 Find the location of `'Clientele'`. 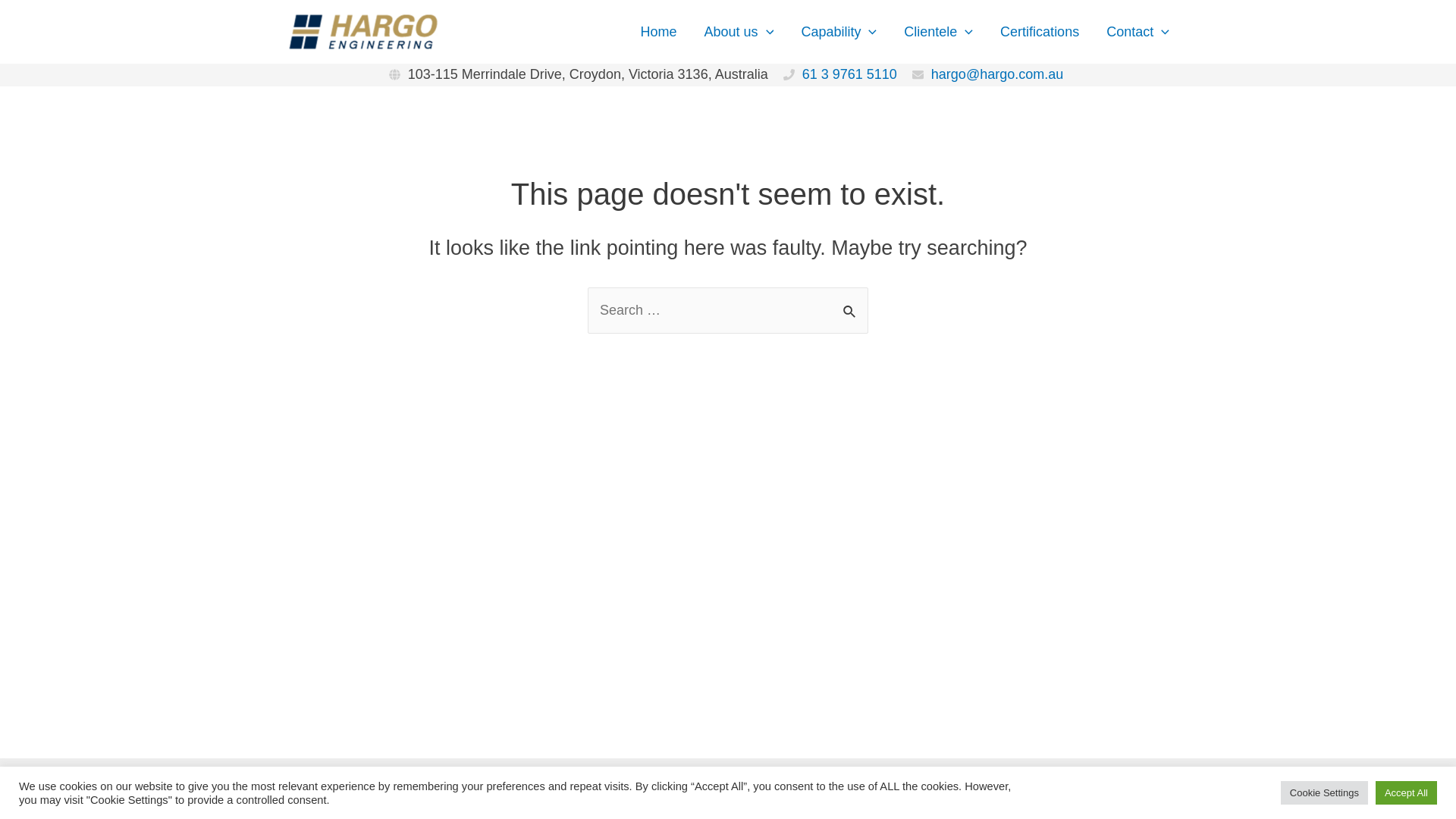

'Clientele' is located at coordinates (937, 31).